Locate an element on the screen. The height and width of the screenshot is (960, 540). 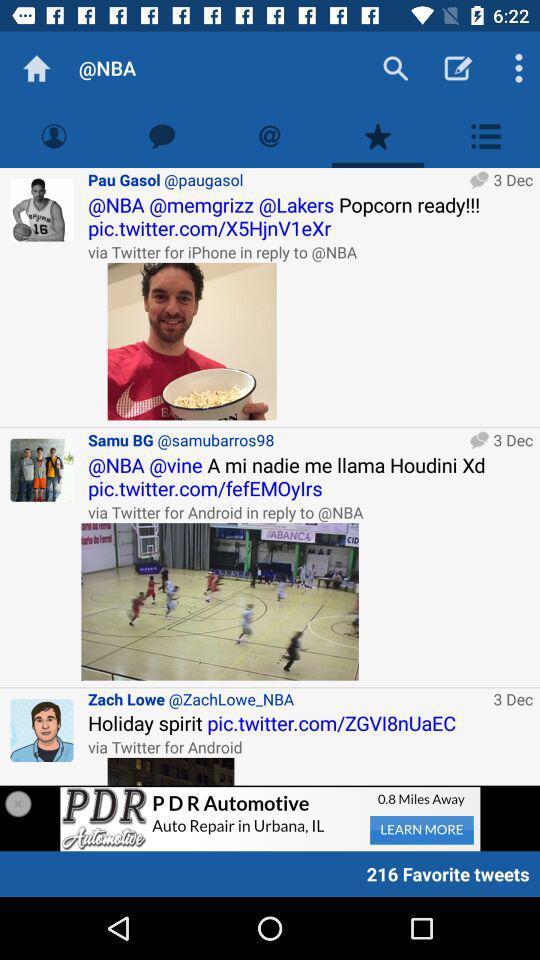
profile picture is located at coordinates (42, 729).